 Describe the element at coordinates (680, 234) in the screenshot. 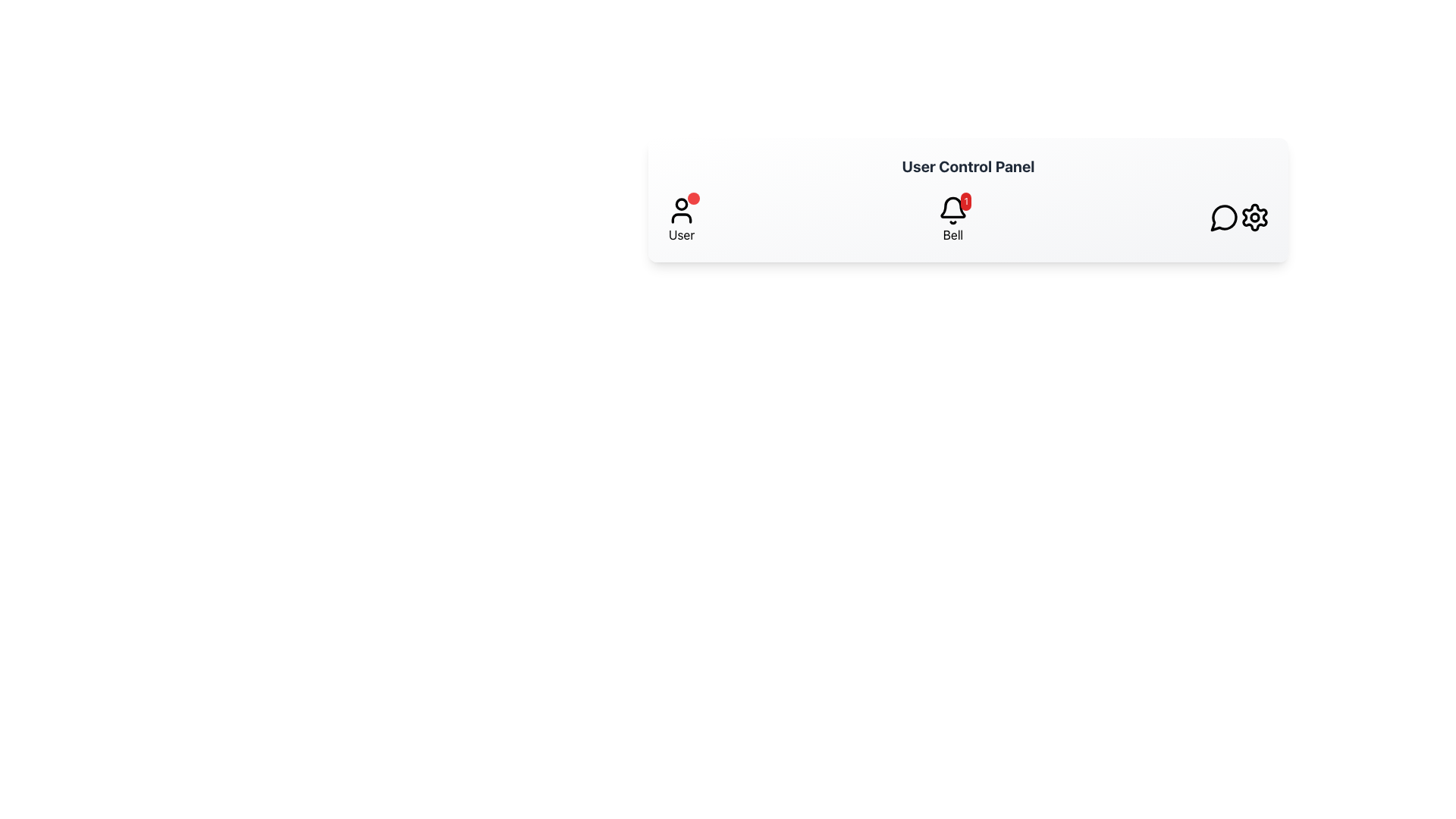

I see `the static label or text located beneath the user profile icon, which serves as a description for user functionalities` at that location.